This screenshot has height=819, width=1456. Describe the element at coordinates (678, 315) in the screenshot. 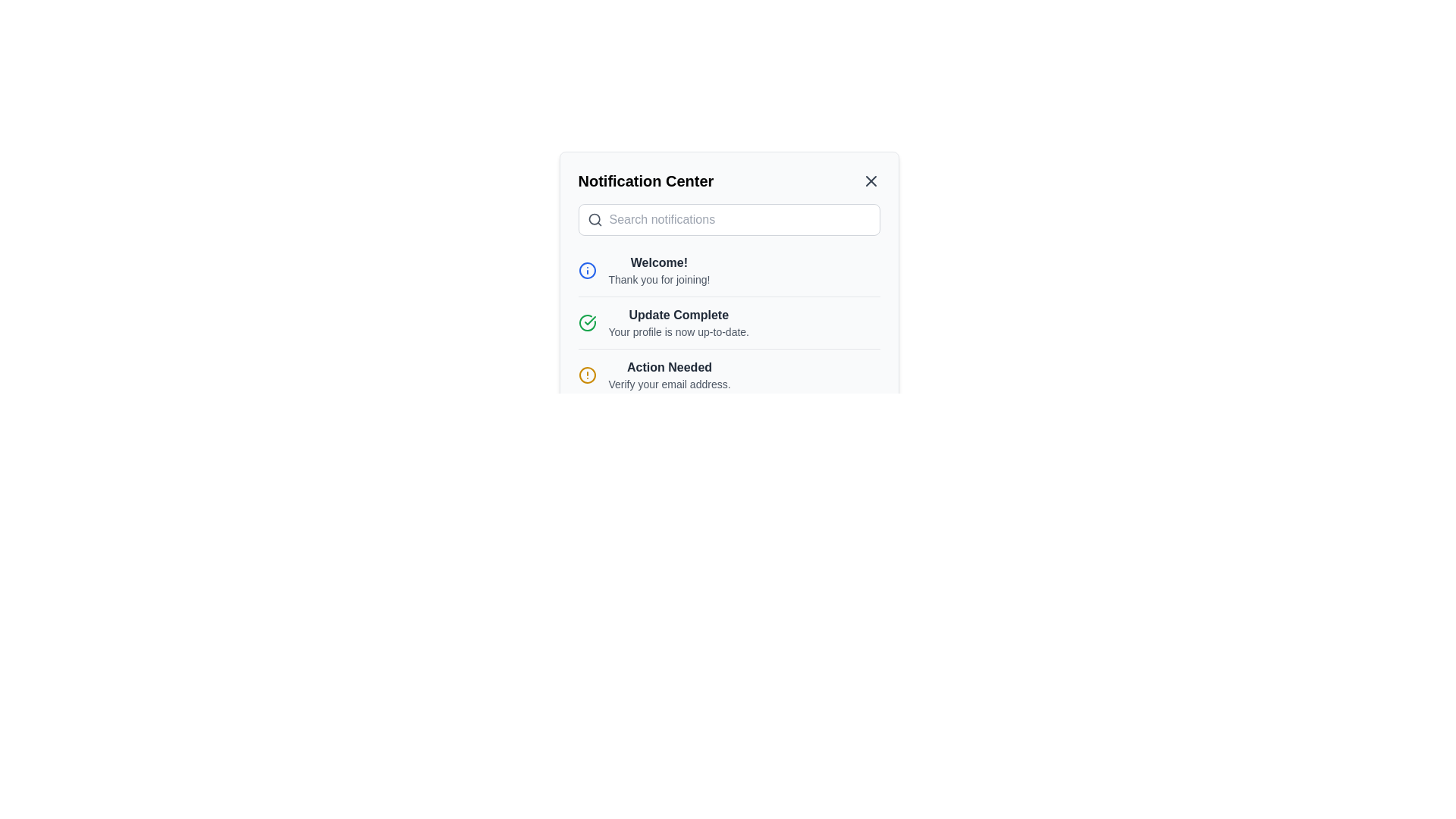

I see `the static text label that displays 'Update Complete', which is styled with a bold, semibold font and dark gray color, located within the notification card section as the first line of text in the 'Update Complete' notification entry` at that location.